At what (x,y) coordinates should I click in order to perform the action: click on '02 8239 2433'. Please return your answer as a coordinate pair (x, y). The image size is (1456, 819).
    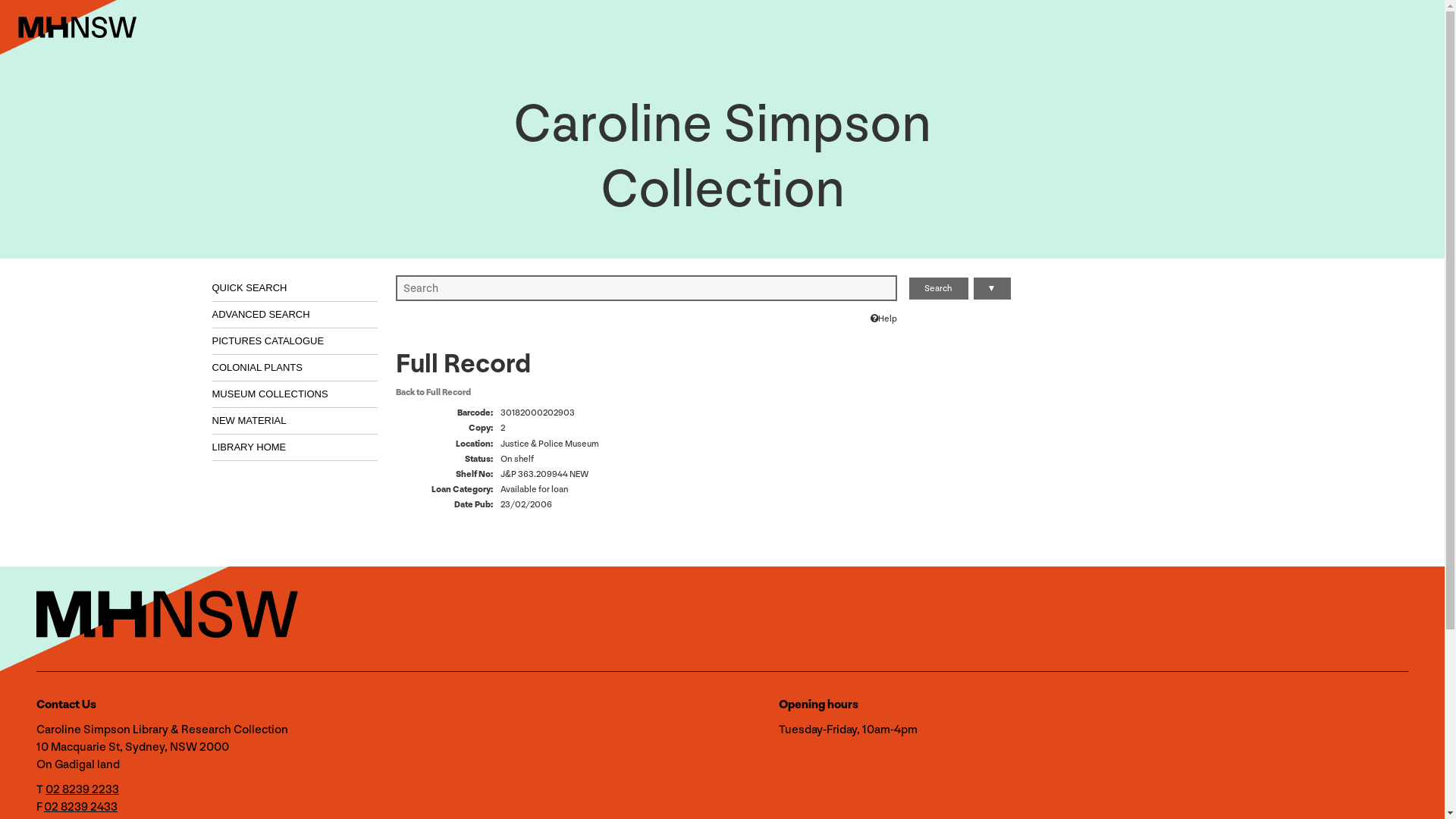
    Looking at the image, I should click on (80, 805).